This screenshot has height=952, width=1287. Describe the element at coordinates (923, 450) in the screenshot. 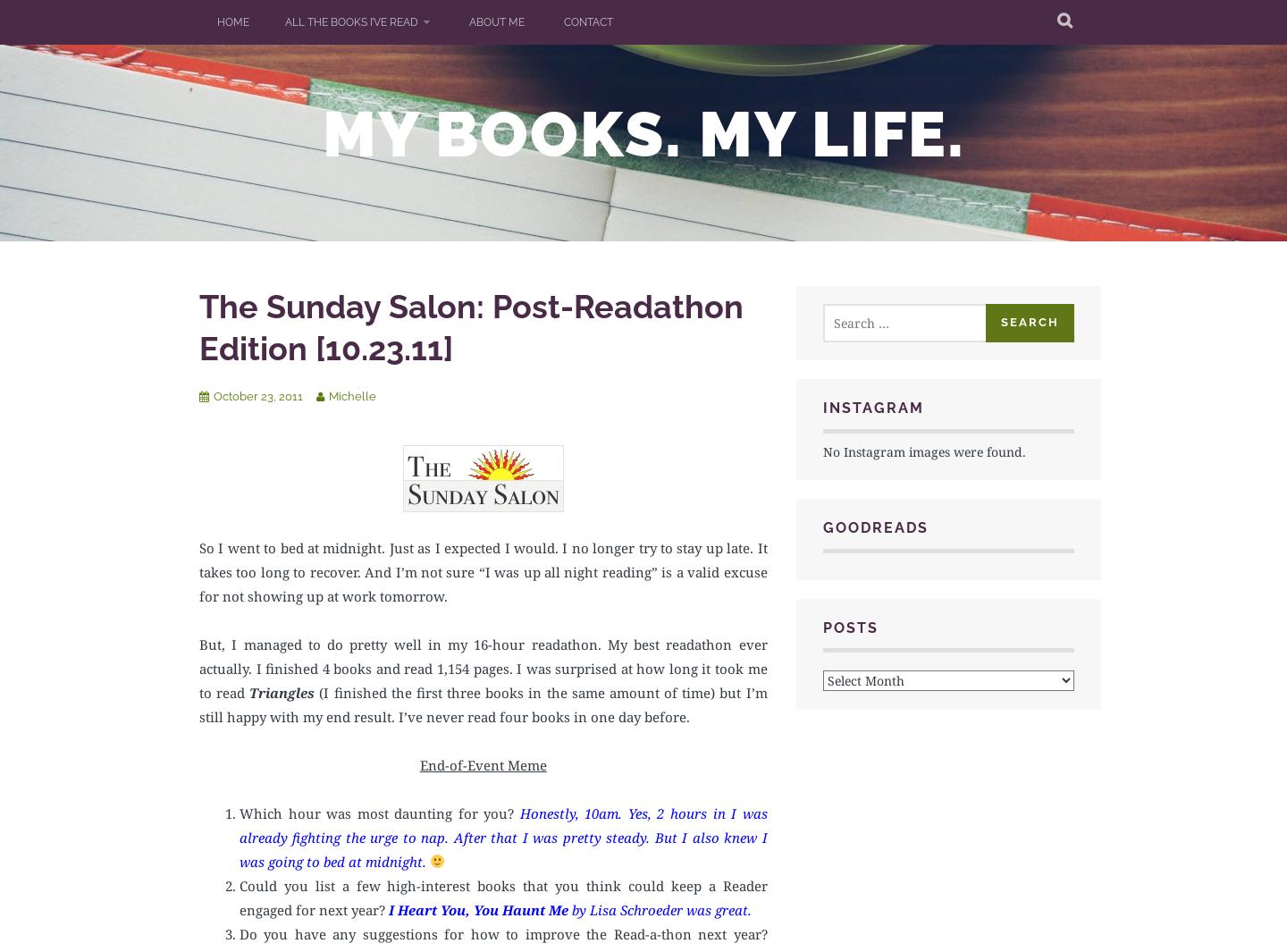

I see `'No Instagram images were found.'` at that location.